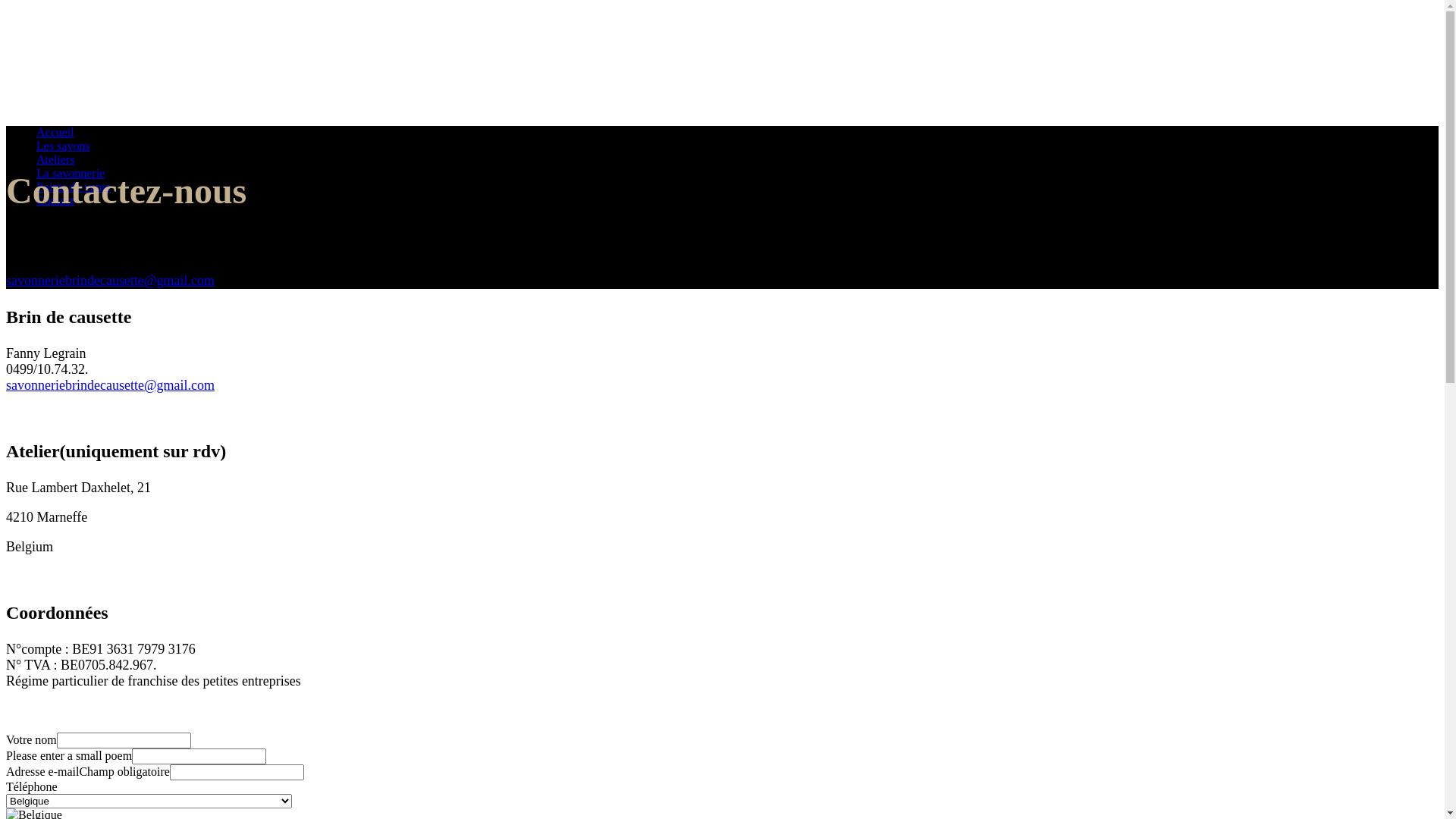 This screenshot has height=819, width=1456. What do you see at coordinates (36, 172) in the screenshot?
I see `'La savonnerie'` at bounding box center [36, 172].